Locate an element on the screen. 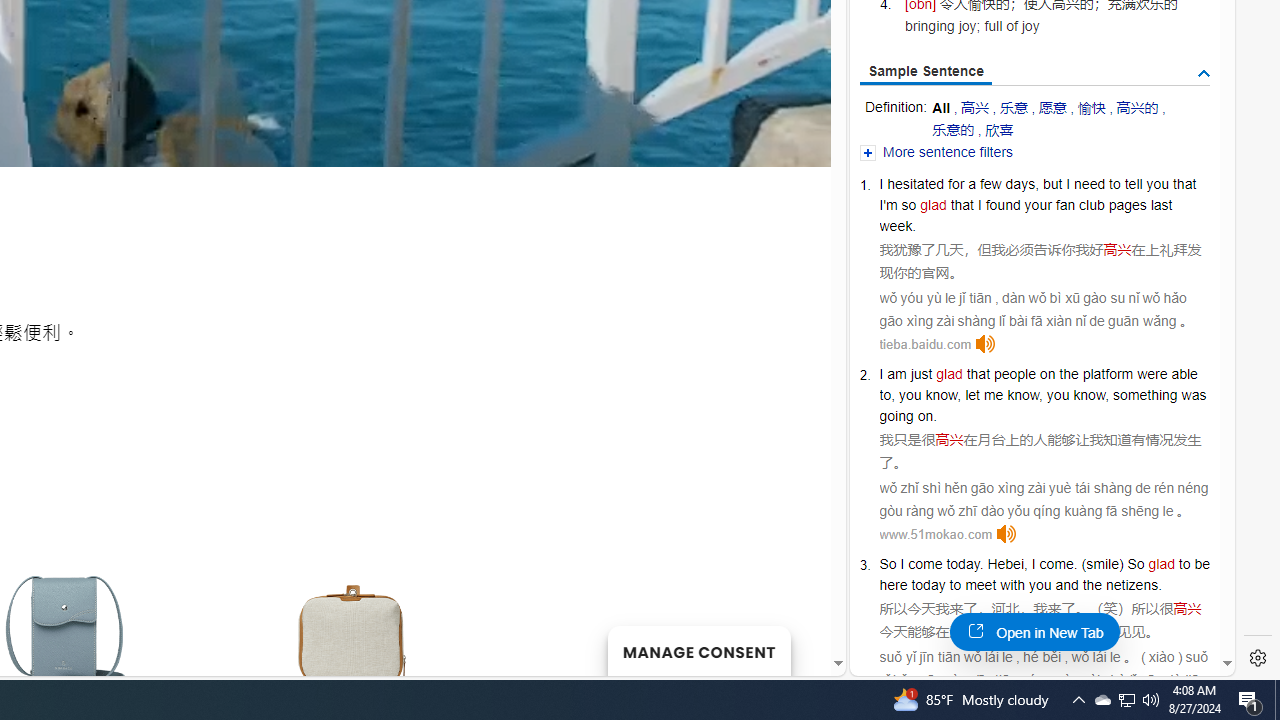  'able' is located at coordinates (1184, 374).